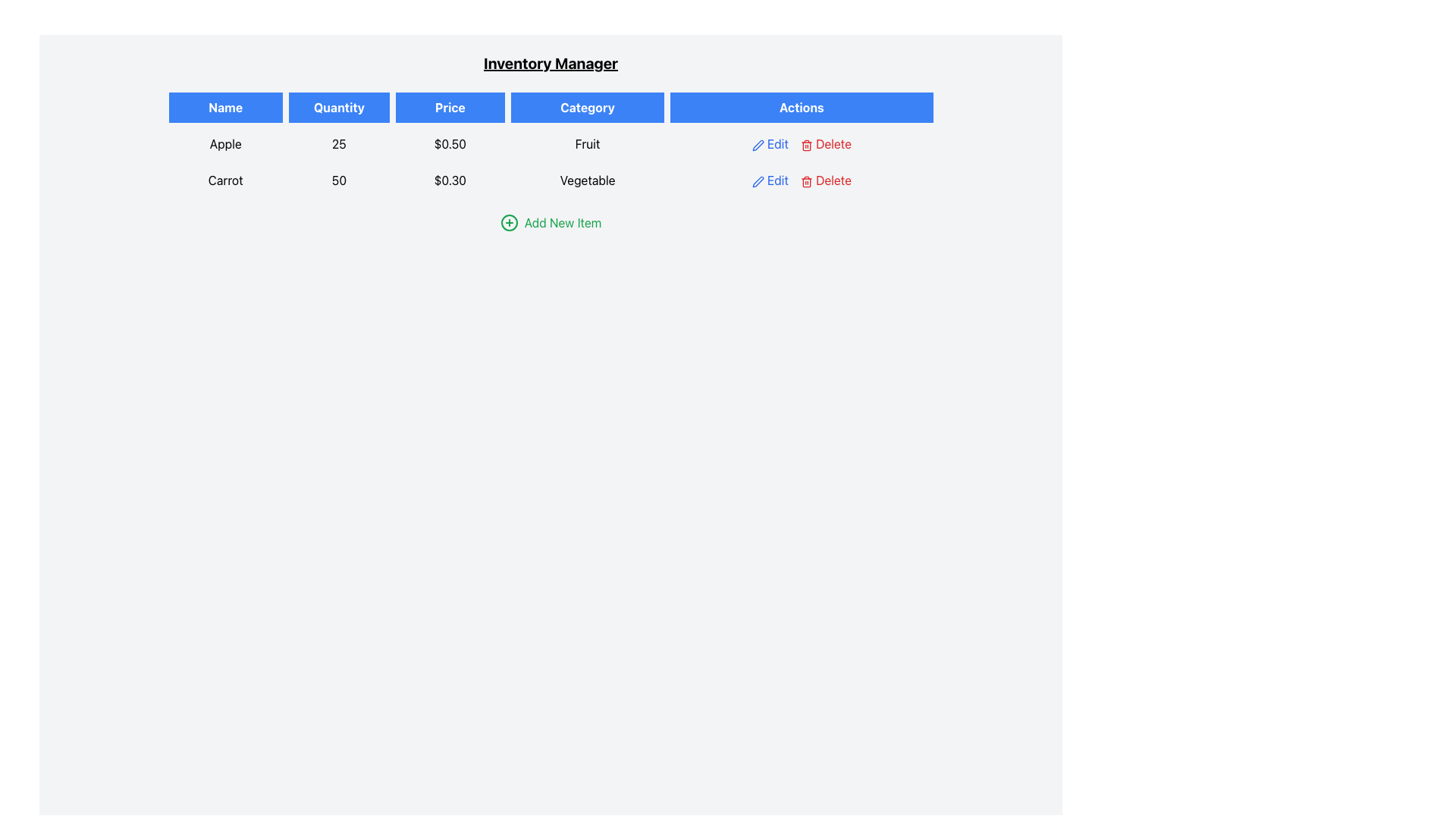  I want to click on the edit link with associated icon located in the 'Actions' column of the topmost row in the table, so click(770, 143).